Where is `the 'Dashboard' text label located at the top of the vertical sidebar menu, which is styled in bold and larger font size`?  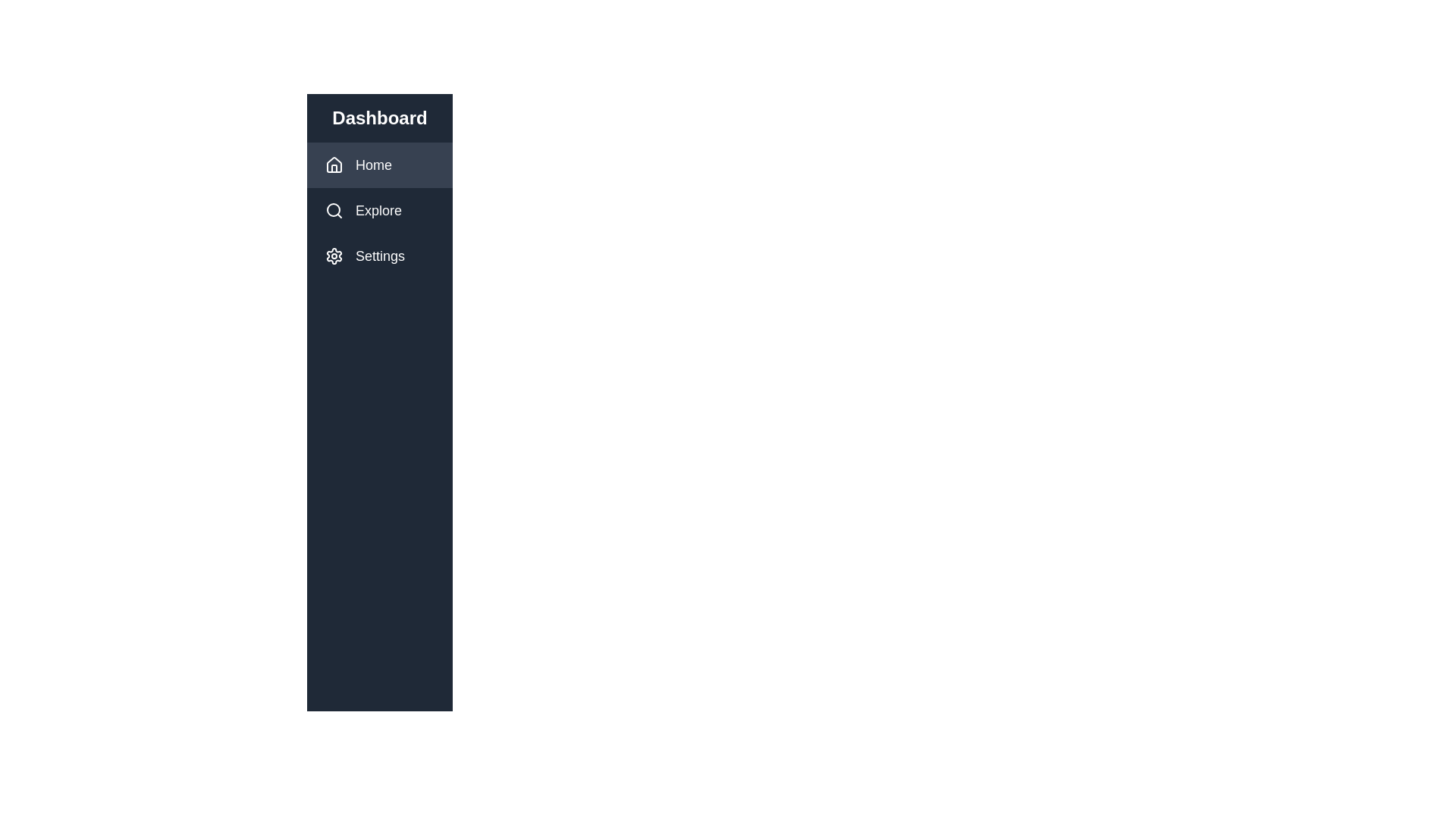 the 'Dashboard' text label located at the top of the vertical sidebar menu, which is styled in bold and larger font size is located at coordinates (379, 117).